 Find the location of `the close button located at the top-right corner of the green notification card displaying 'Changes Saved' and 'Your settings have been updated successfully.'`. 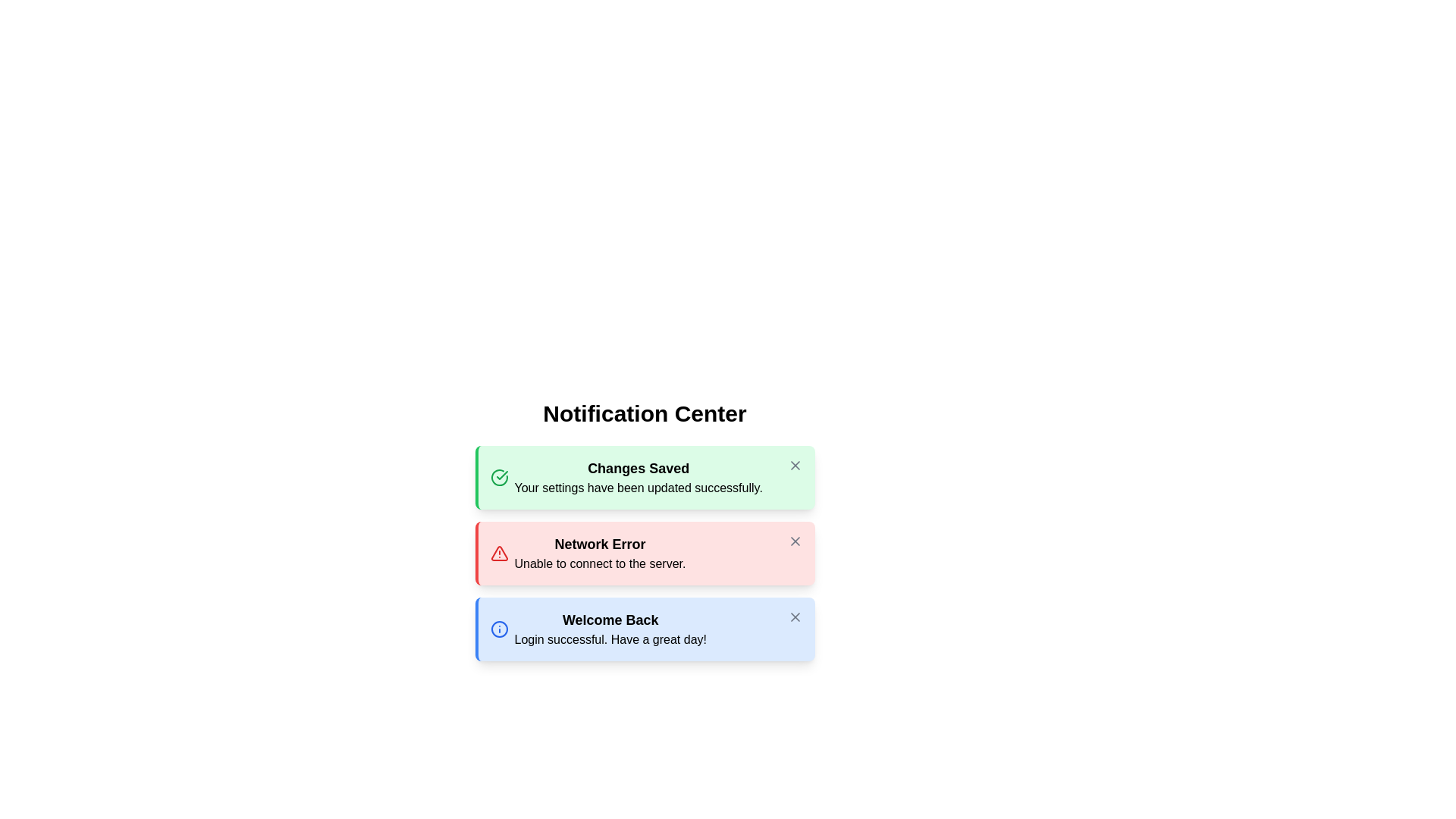

the close button located at the top-right corner of the green notification card displaying 'Changes Saved' and 'Your settings have been updated successfully.' is located at coordinates (794, 464).